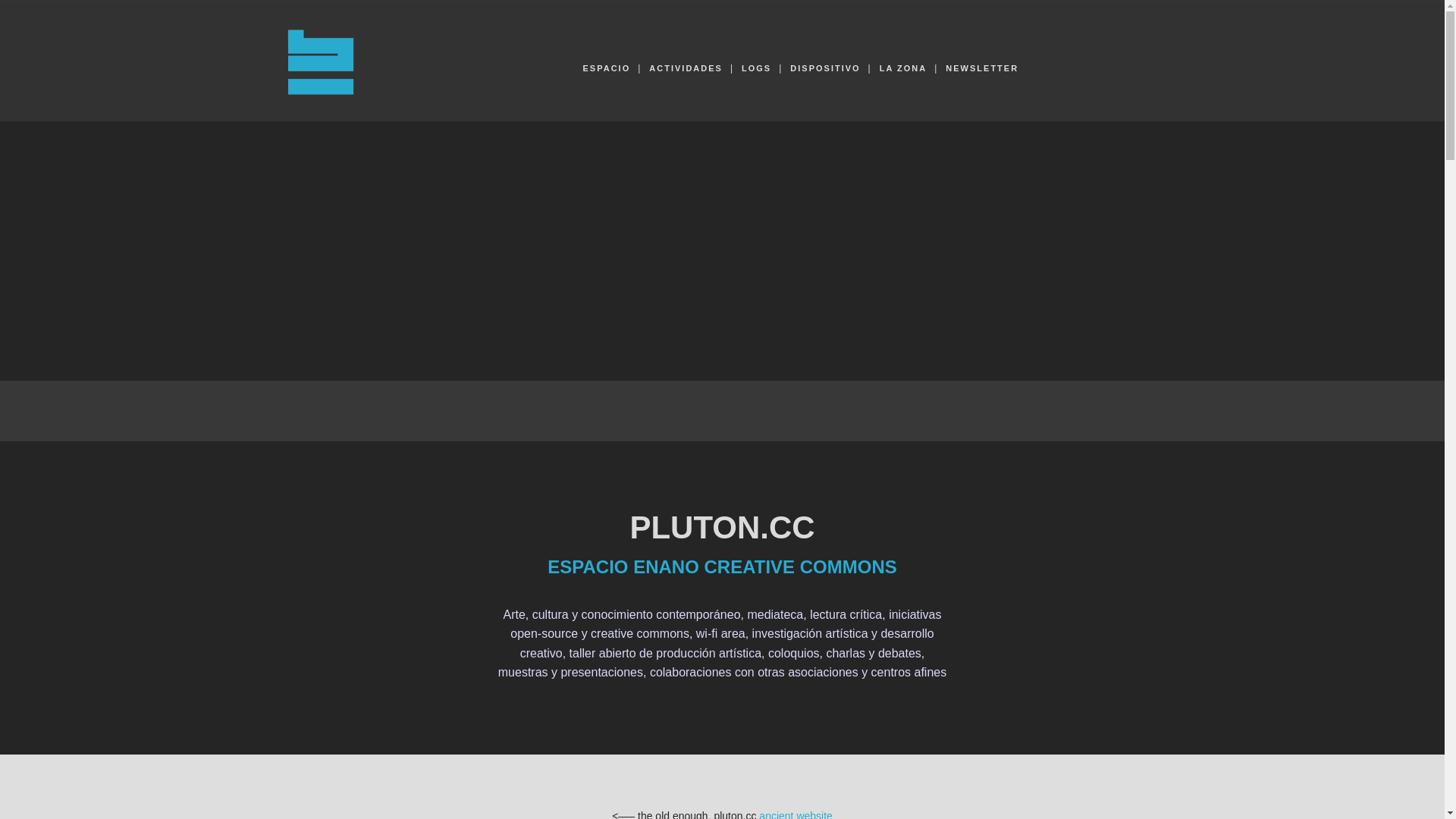  What do you see at coordinates (945, 67) in the screenshot?
I see `'NEWSLETTER'` at bounding box center [945, 67].